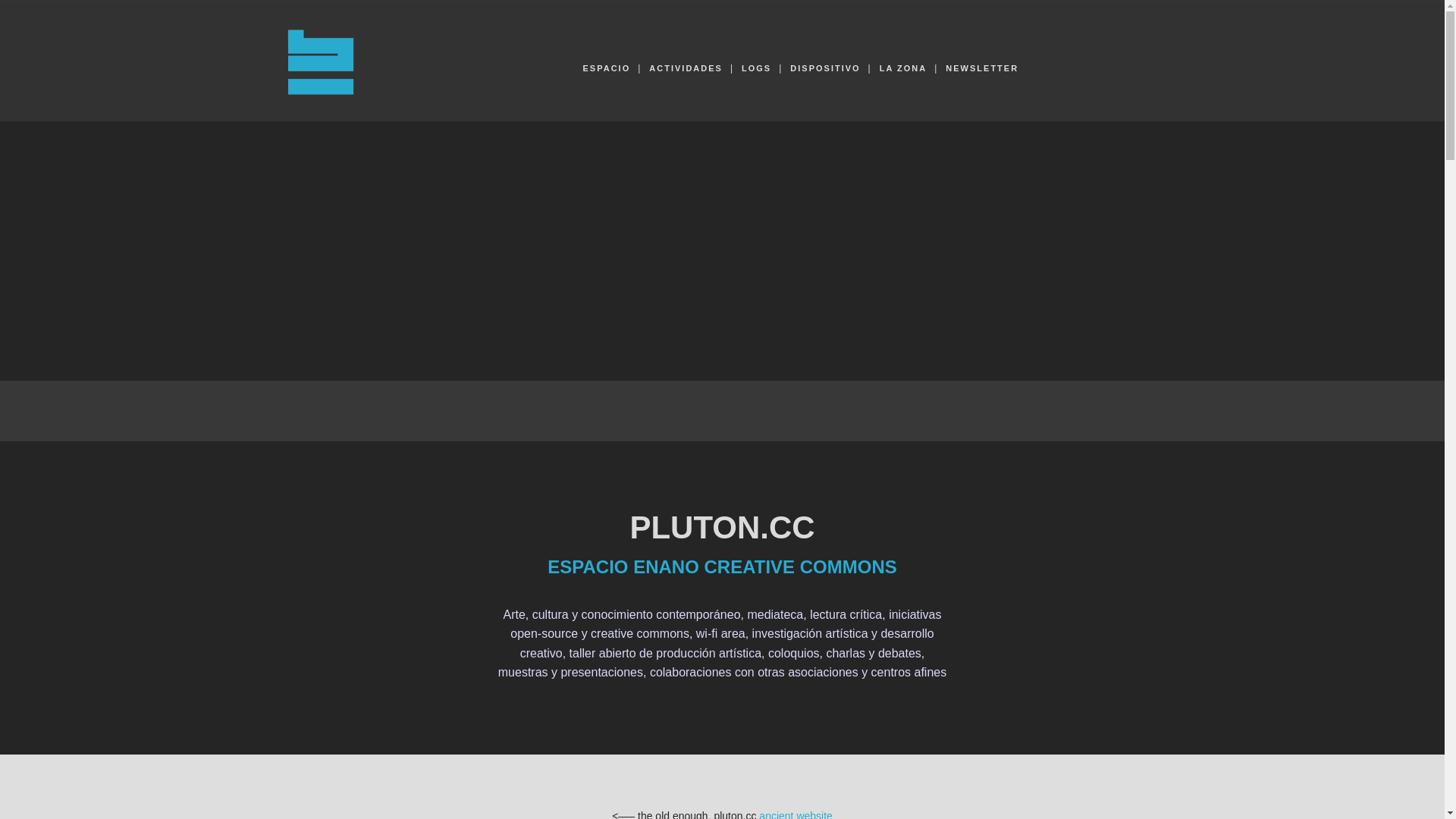  What do you see at coordinates (945, 67) in the screenshot?
I see `'NEWSLETTER'` at bounding box center [945, 67].